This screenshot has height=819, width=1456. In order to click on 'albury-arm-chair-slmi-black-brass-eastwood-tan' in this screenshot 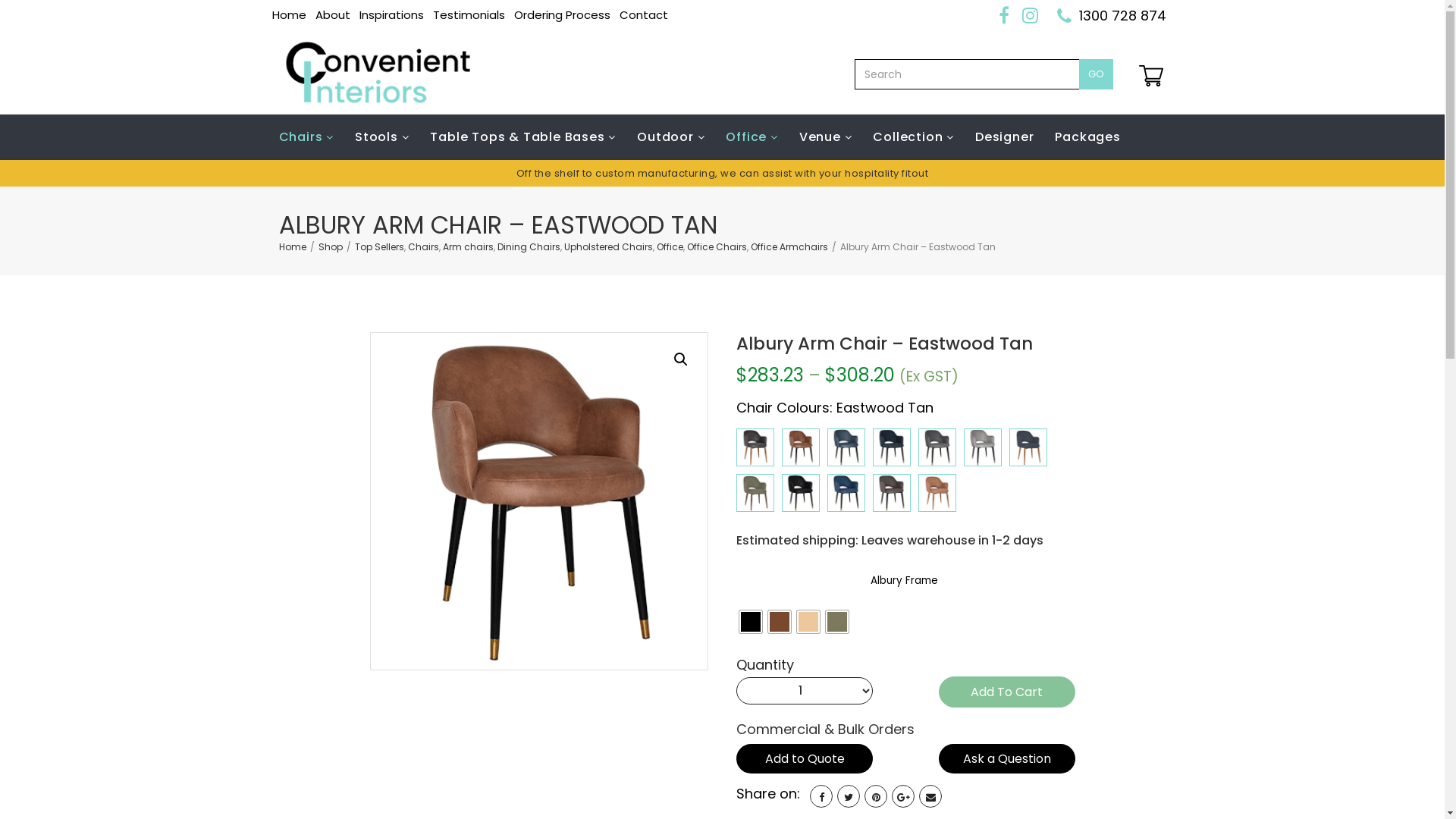, I will do `click(538, 500)`.